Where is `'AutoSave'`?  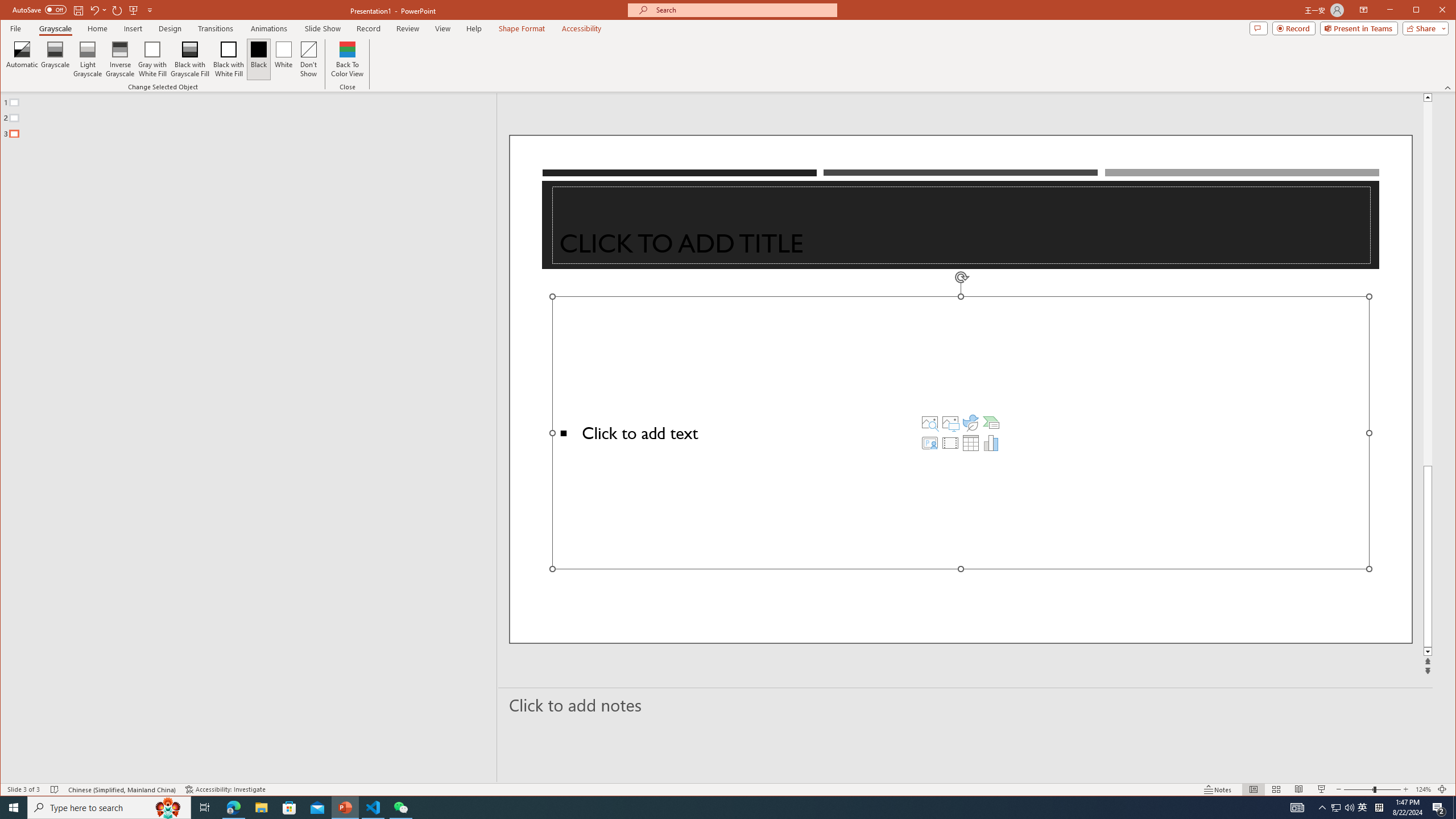
'AutoSave' is located at coordinates (39, 9).